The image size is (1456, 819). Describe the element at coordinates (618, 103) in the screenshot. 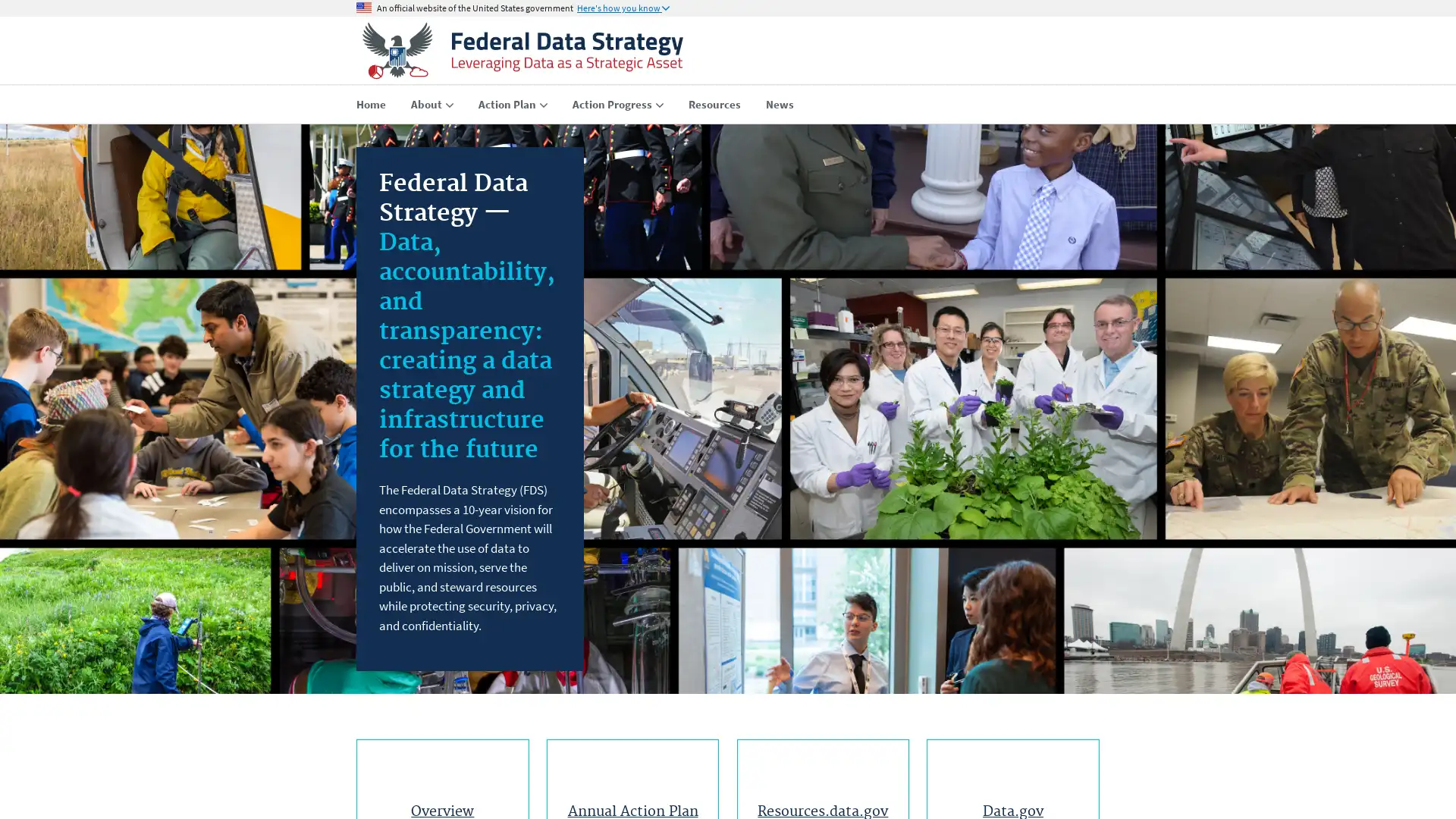

I see `Action Progress` at that location.